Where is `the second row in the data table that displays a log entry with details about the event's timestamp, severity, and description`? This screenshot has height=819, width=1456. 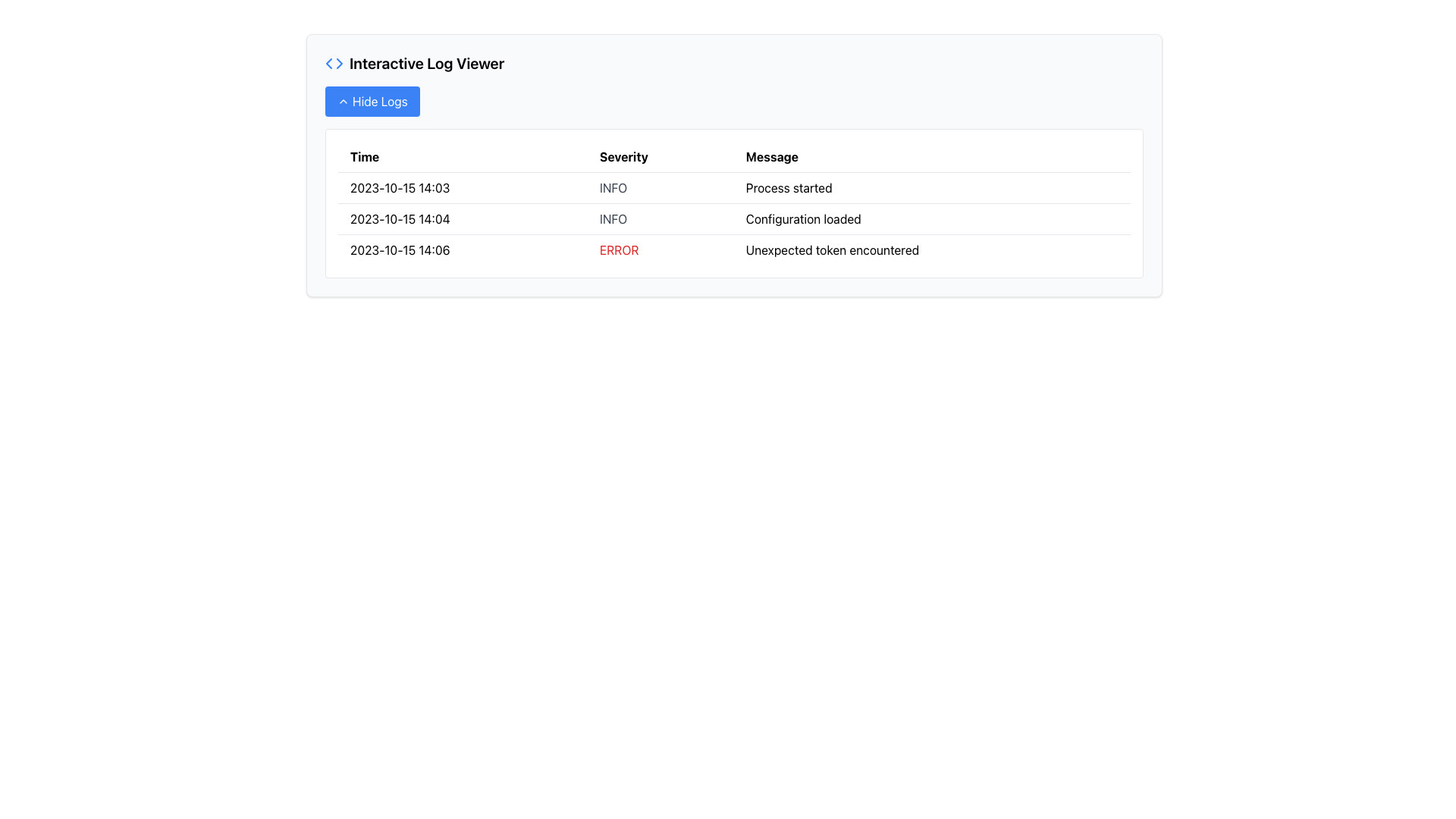 the second row in the data table that displays a log entry with details about the event's timestamp, severity, and description is located at coordinates (734, 219).